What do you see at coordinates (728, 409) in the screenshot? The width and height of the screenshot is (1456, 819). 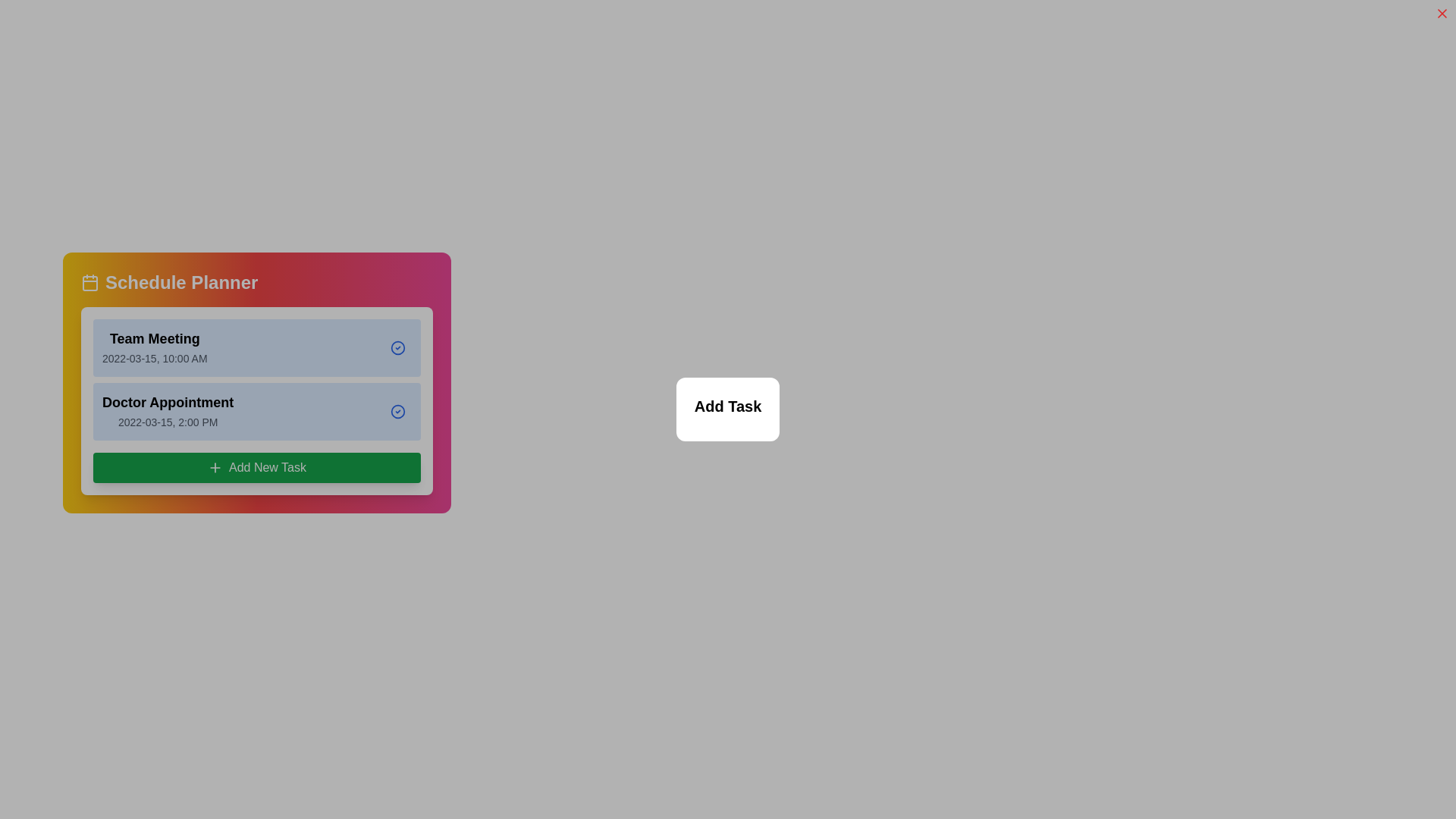 I see `the text display element styled like a button or header label, which indicates the purpose of its surrounding content` at bounding box center [728, 409].